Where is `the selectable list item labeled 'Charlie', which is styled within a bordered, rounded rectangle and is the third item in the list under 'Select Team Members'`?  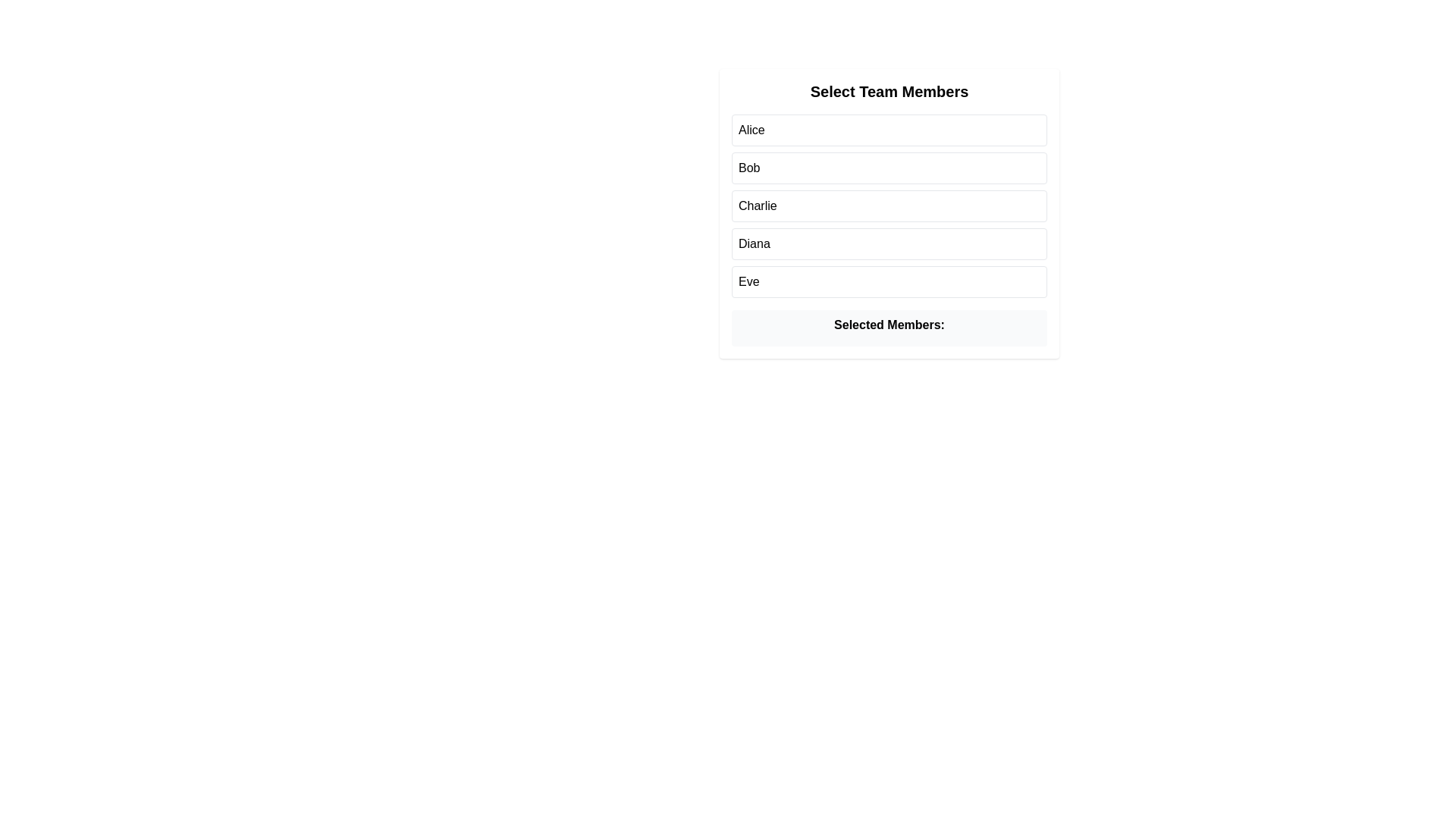 the selectable list item labeled 'Charlie', which is styled within a bordered, rounded rectangle and is the third item in the list under 'Select Team Members' is located at coordinates (889, 213).